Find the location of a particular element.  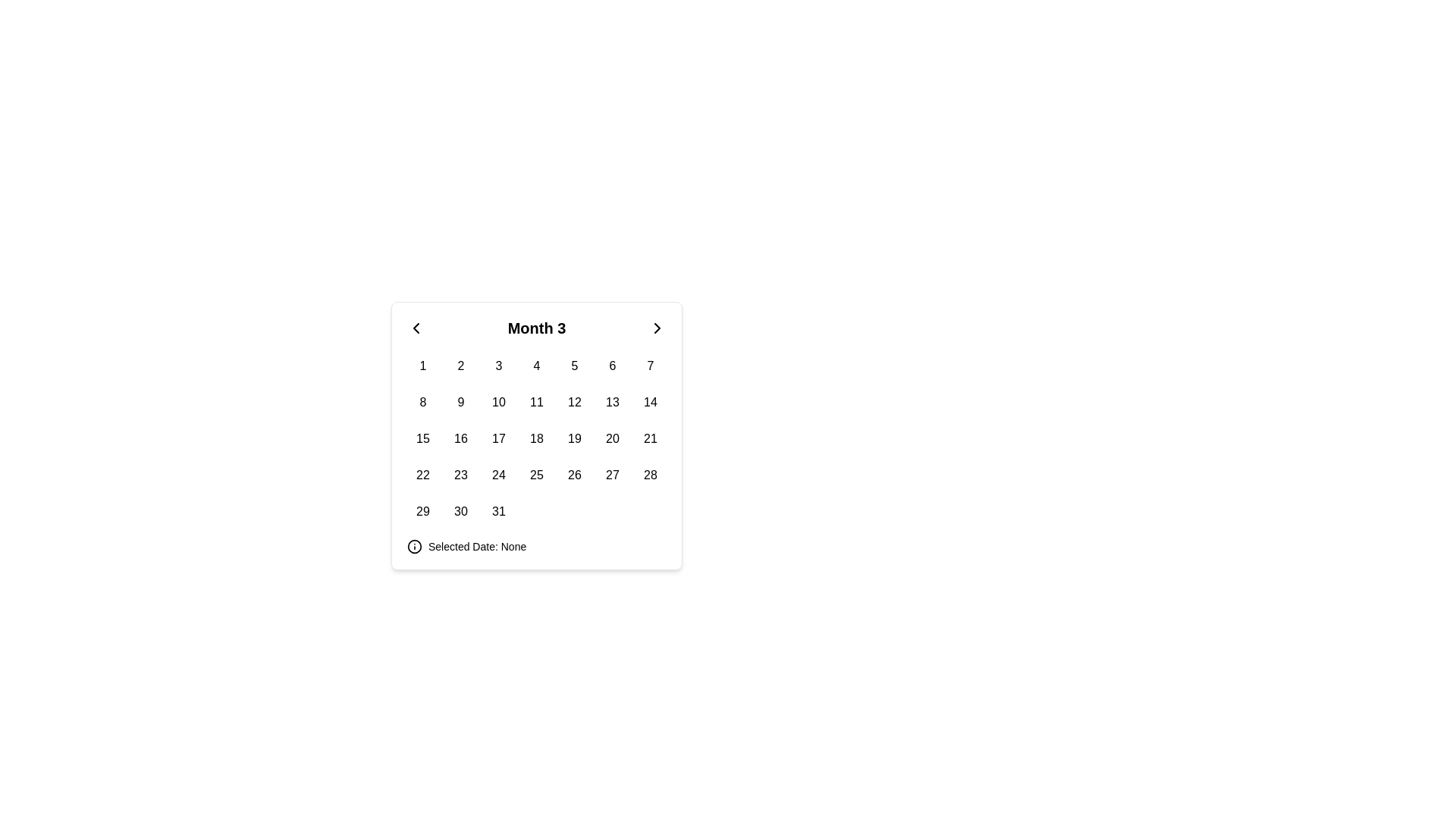

the interactive calendar tile element displaying the date '15' is located at coordinates (422, 438).